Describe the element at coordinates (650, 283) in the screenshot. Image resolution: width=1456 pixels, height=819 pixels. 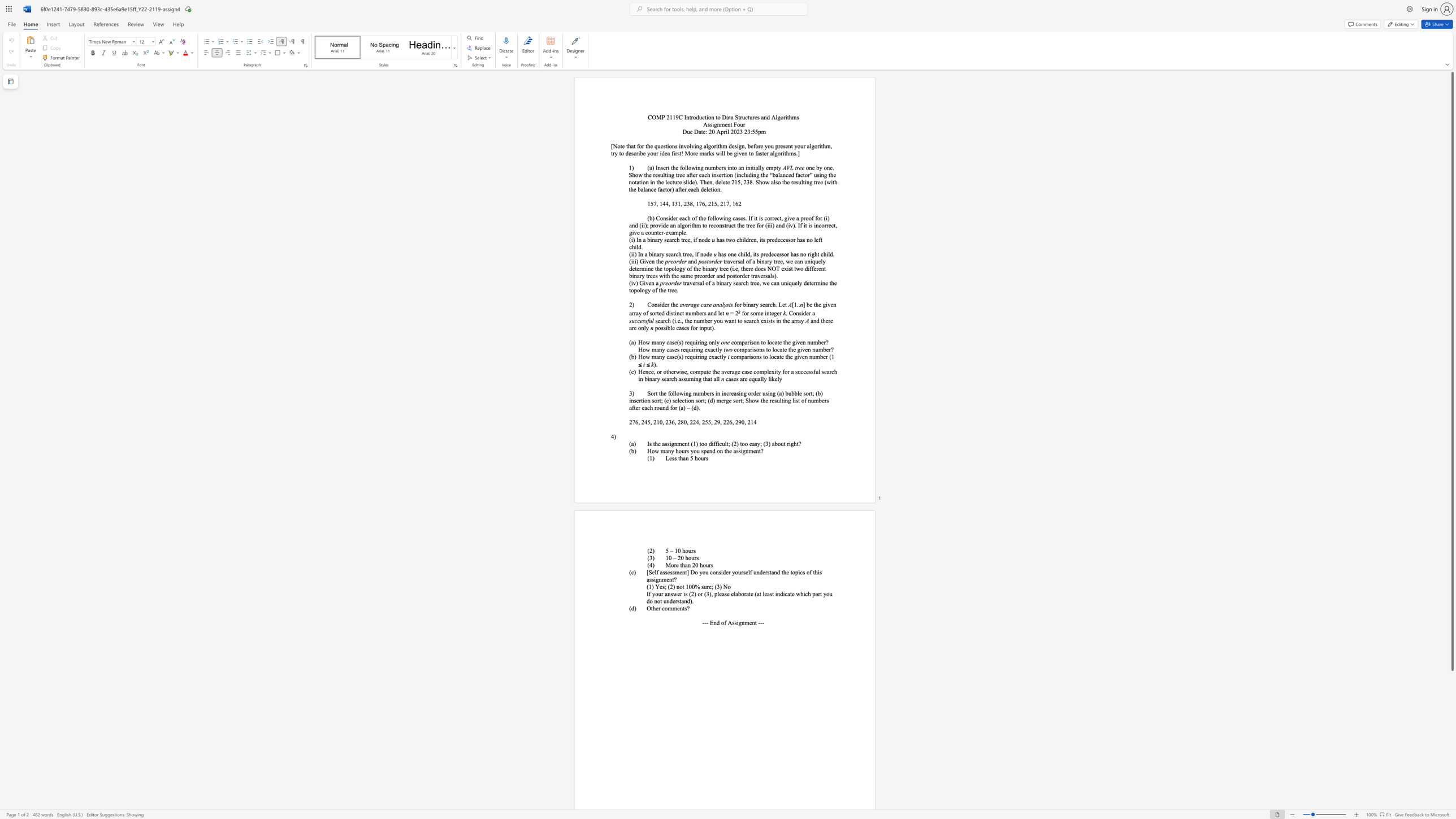
I see `the subset text "n a" within the text "(iv) Given a"` at that location.